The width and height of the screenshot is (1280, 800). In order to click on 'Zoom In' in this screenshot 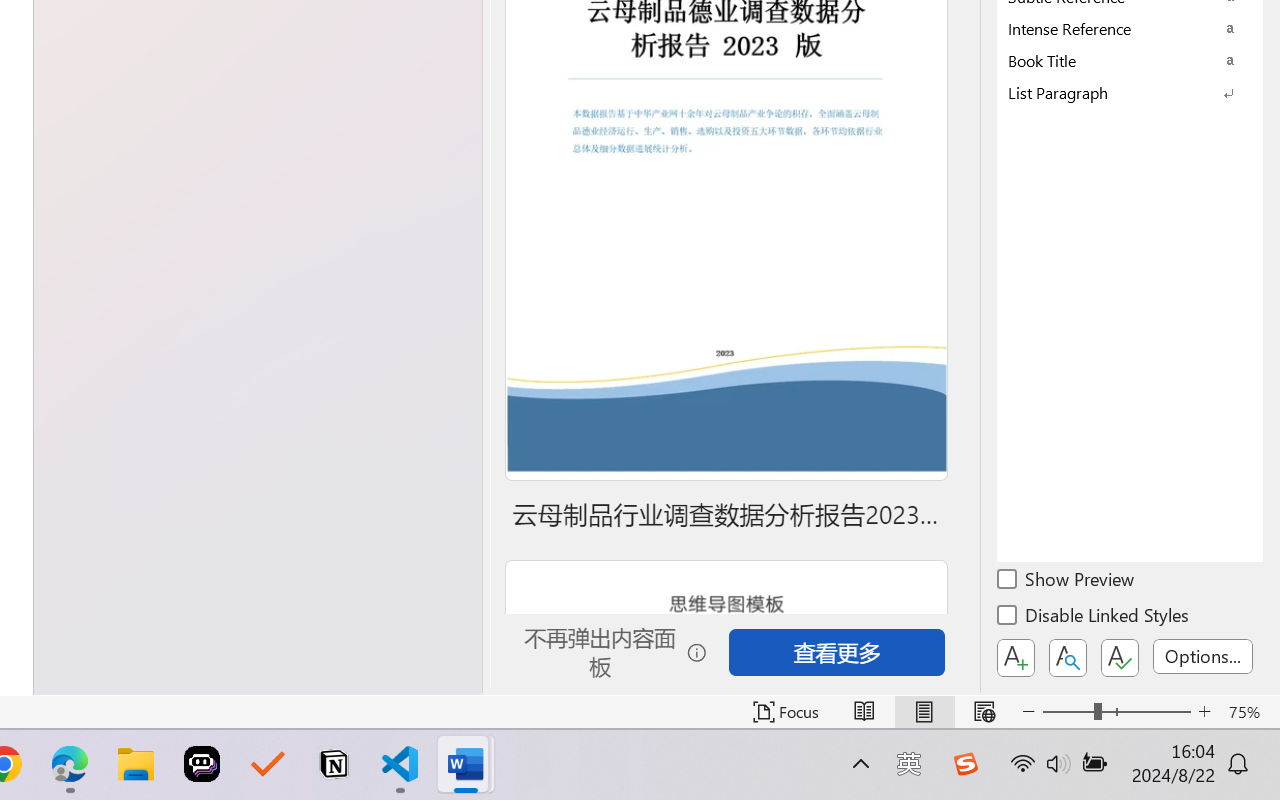, I will do `click(1204, 711)`.